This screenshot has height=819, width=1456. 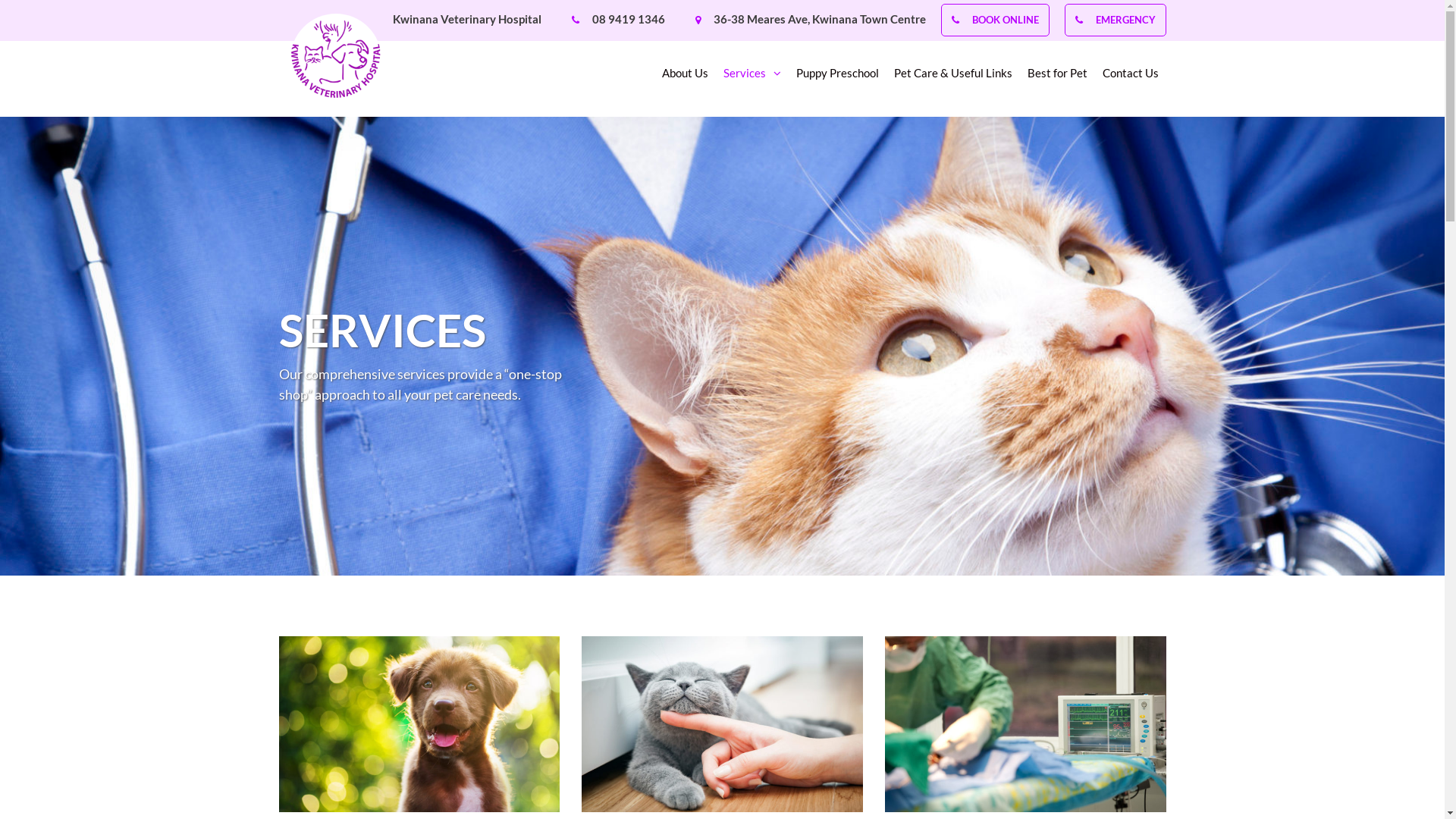 I want to click on 'Best for Pet', so click(x=1056, y=77).